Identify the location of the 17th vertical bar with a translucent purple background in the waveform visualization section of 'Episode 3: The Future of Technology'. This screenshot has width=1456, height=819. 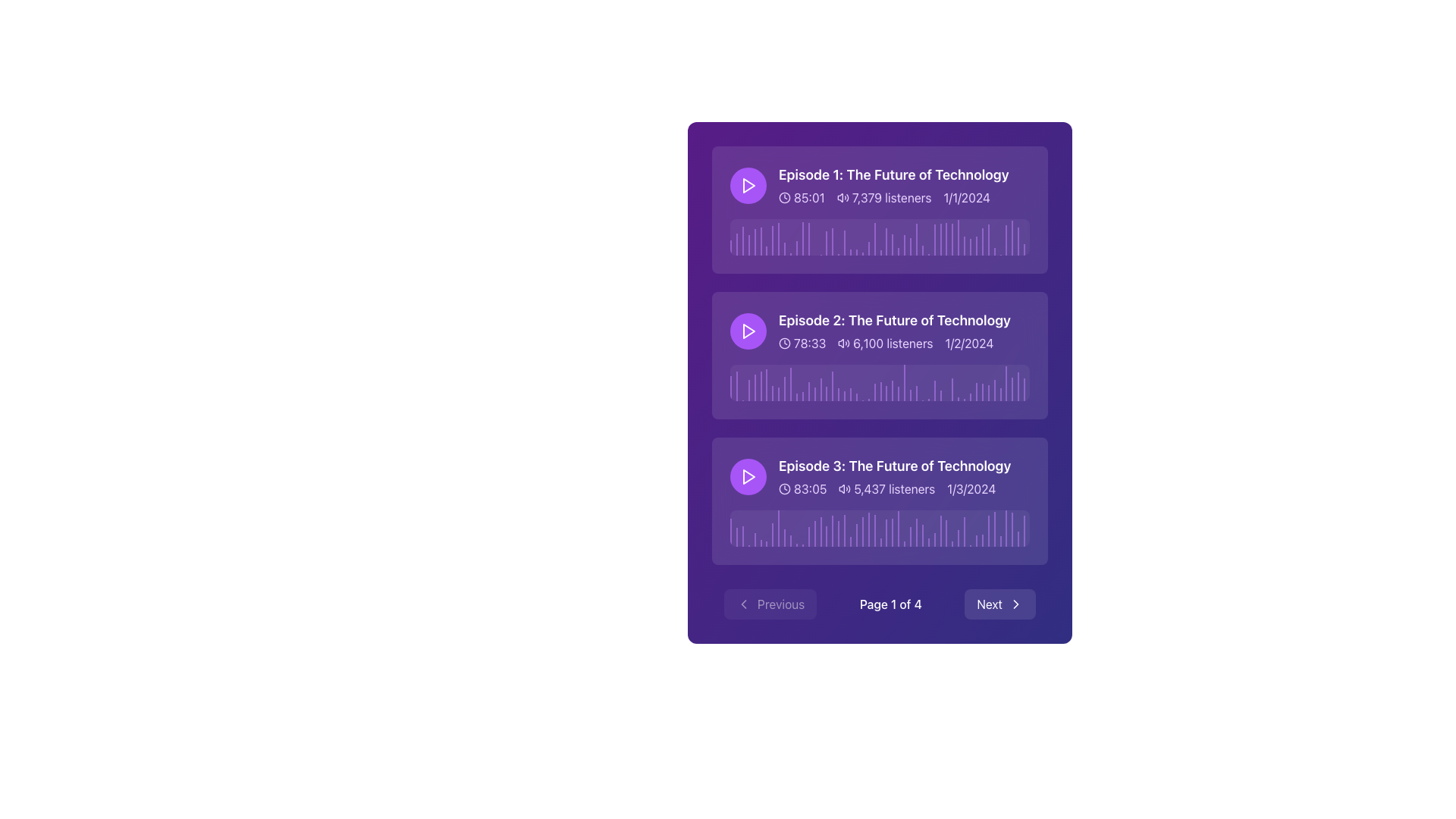
(826, 535).